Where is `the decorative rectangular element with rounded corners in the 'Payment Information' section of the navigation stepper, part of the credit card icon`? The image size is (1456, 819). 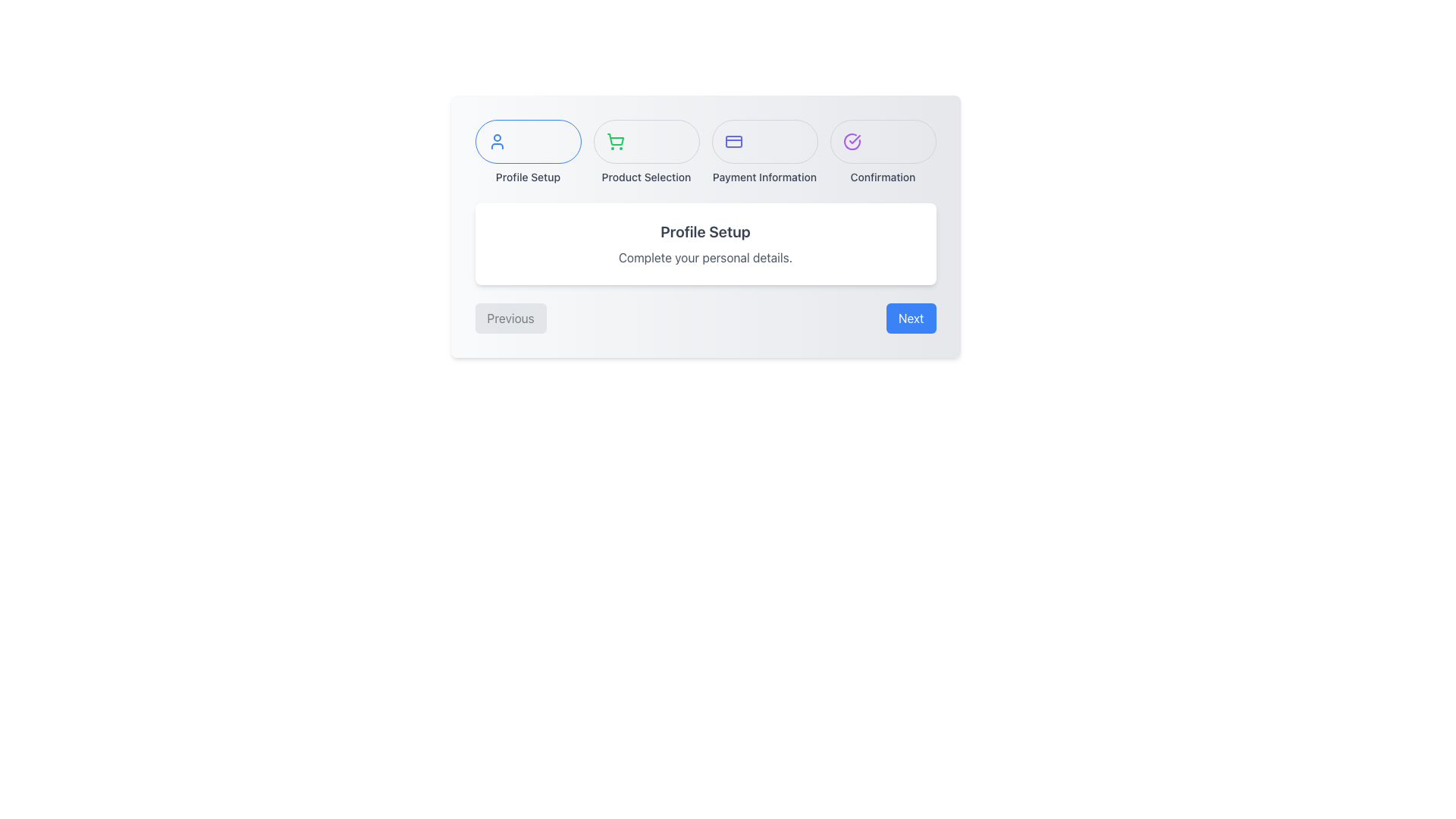 the decorative rectangular element with rounded corners in the 'Payment Information' section of the navigation stepper, part of the credit card icon is located at coordinates (733, 141).